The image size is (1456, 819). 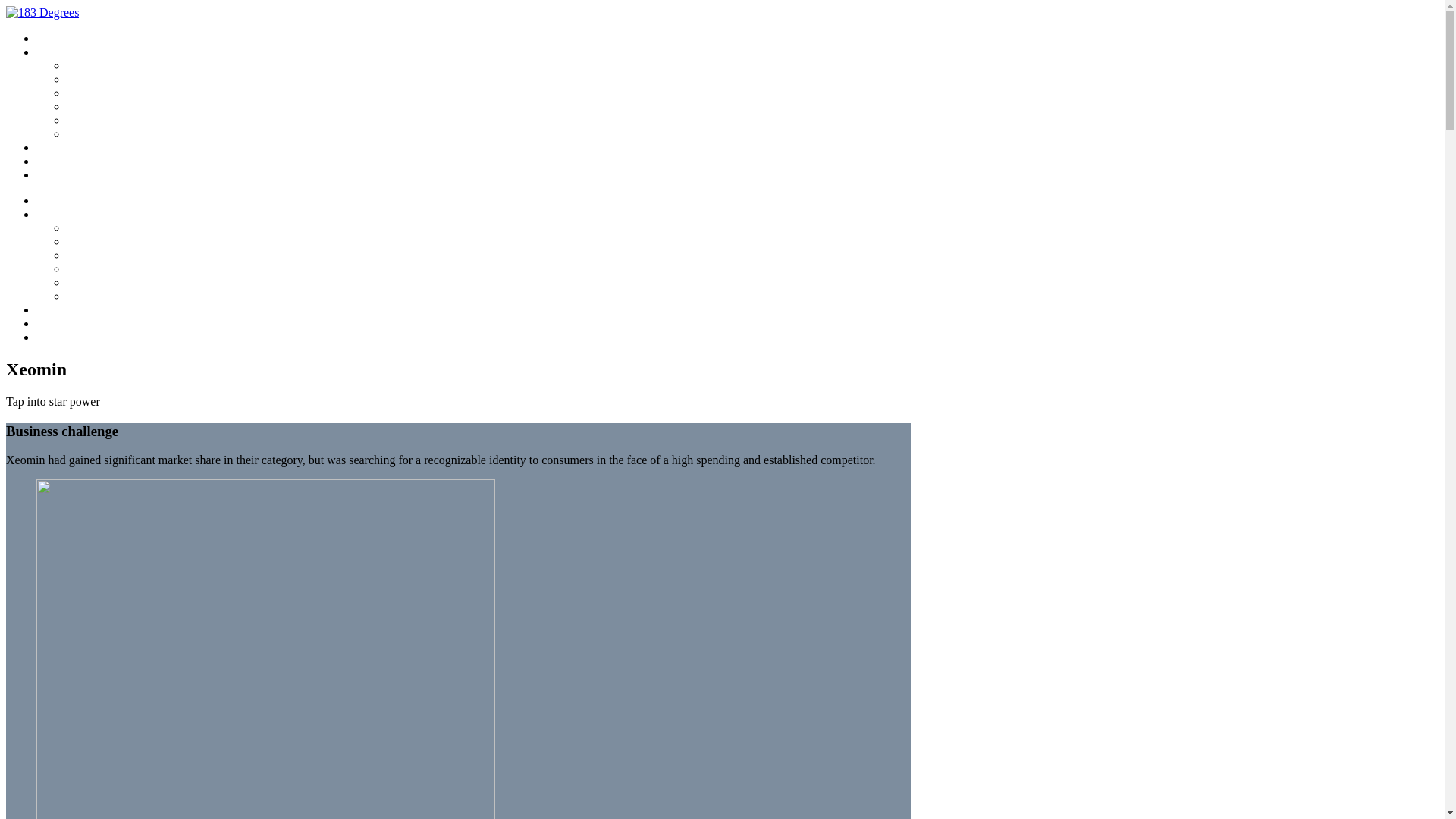 What do you see at coordinates (108, 106) in the screenshot?
I see `'FreeStyle Comfort'` at bounding box center [108, 106].